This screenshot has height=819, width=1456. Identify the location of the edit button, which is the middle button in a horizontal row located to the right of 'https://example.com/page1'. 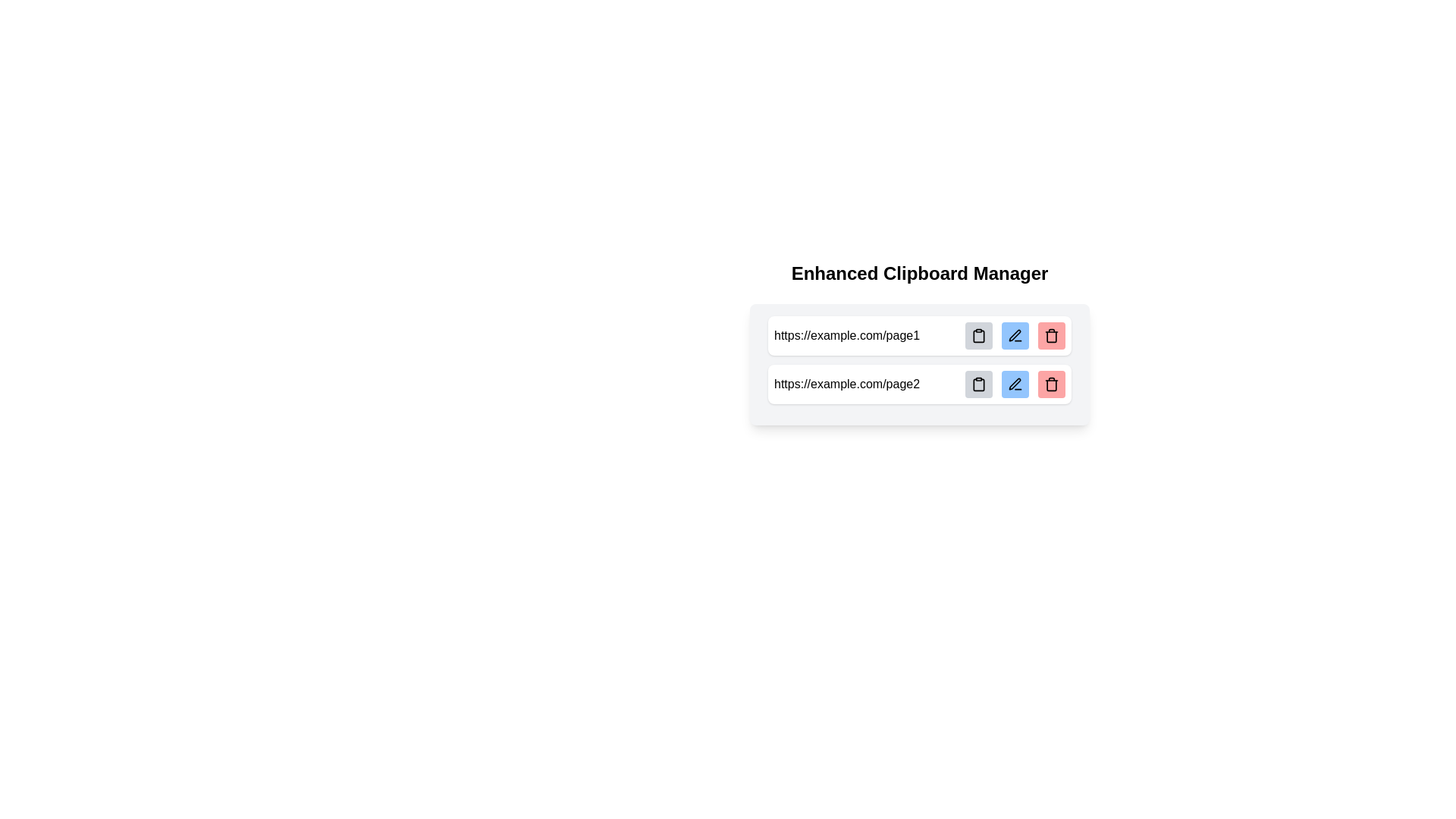
(1015, 335).